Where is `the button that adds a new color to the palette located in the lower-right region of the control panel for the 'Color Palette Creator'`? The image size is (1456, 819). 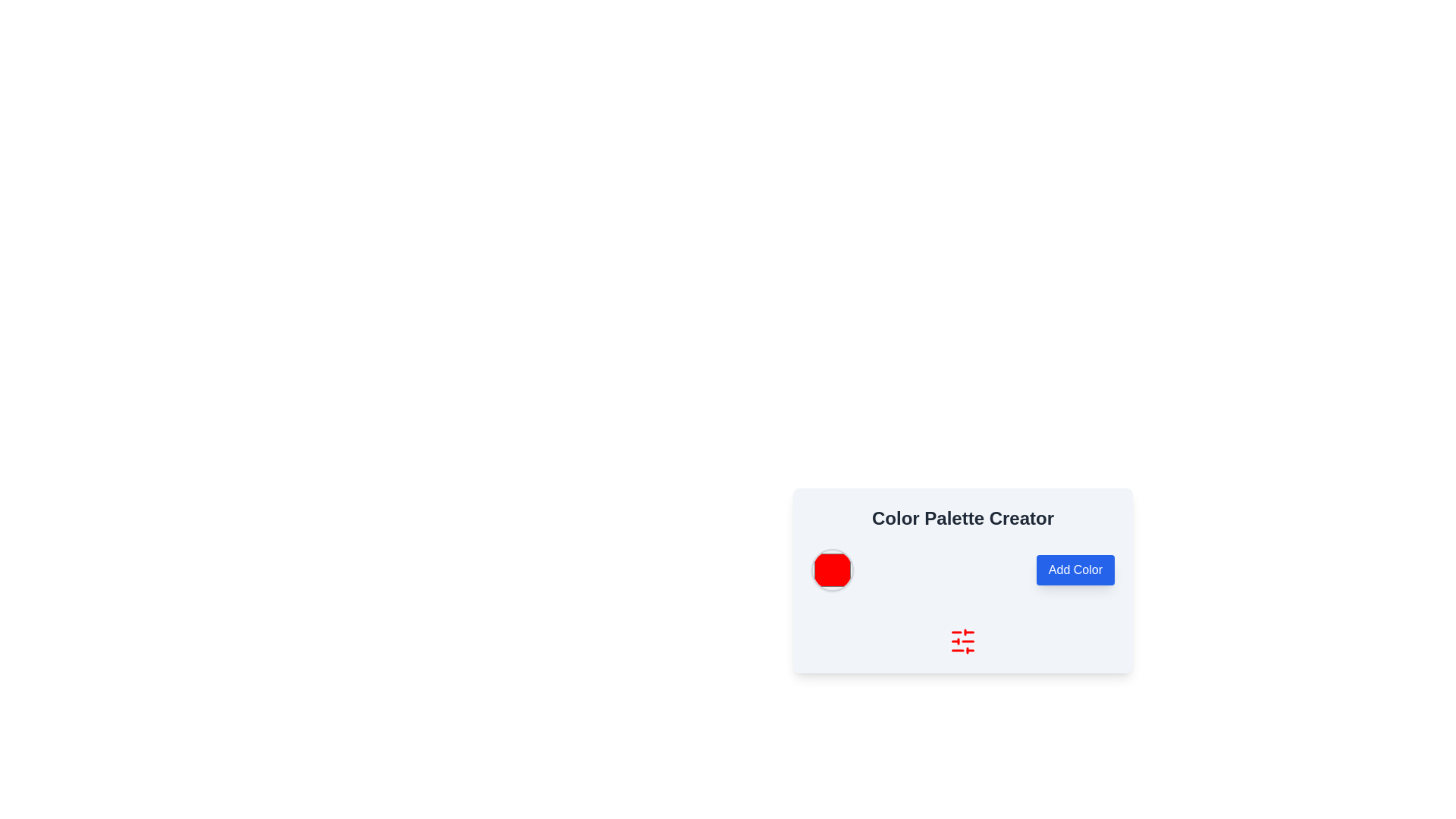
the button that adds a new color to the palette located in the lower-right region of the control panel for the 'Color Palette Creator' is located at coordinates (1075, 570).